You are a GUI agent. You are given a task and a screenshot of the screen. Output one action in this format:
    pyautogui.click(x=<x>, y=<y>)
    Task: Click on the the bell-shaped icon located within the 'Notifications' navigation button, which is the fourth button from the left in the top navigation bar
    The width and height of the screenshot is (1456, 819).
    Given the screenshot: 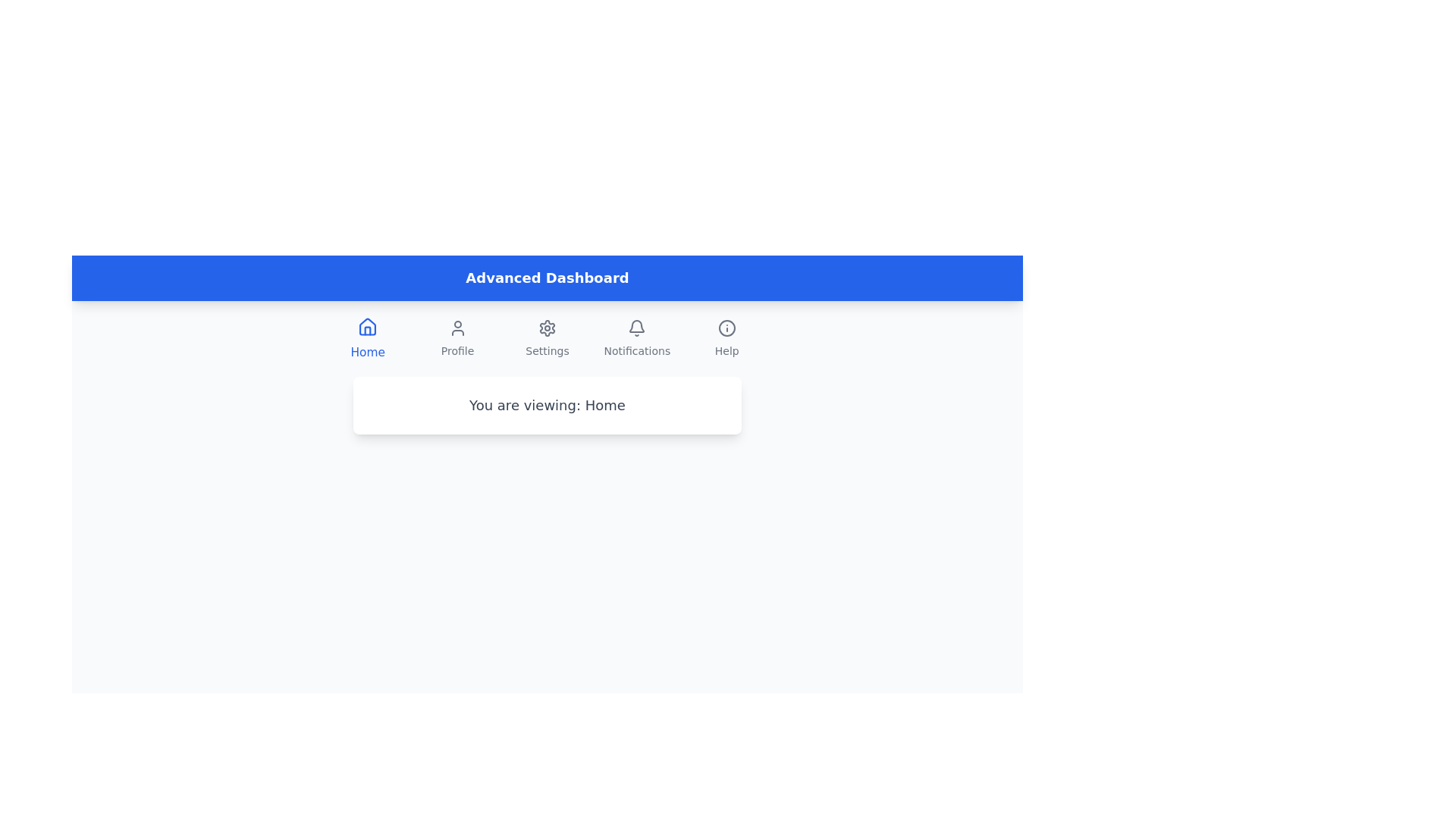 What is the action you would take?
    pyautogui.click(x=637, y=327)
    